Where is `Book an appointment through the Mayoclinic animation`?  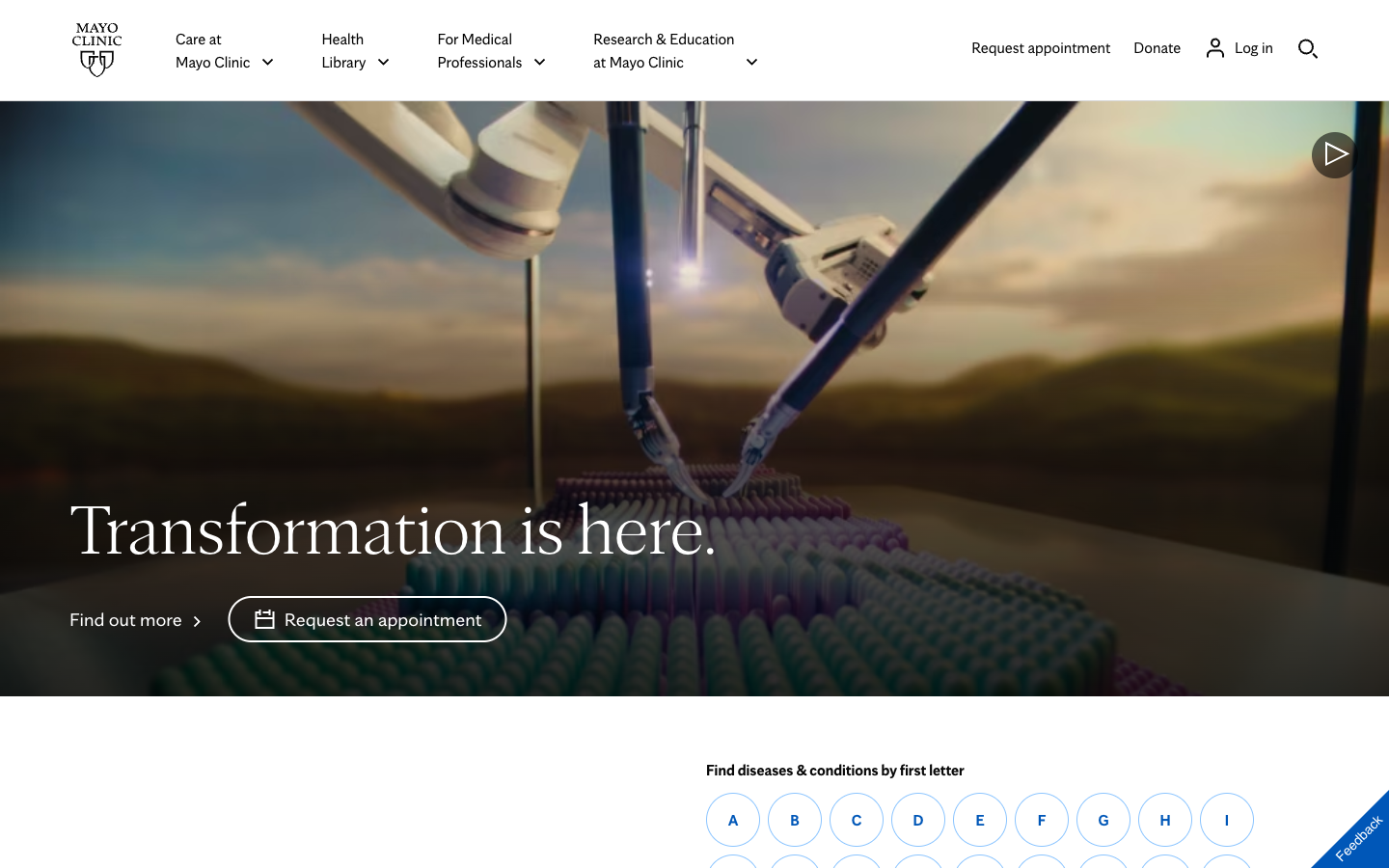 Book an appointment through the Mayoclinic animation is located at coordinates (367, 618).